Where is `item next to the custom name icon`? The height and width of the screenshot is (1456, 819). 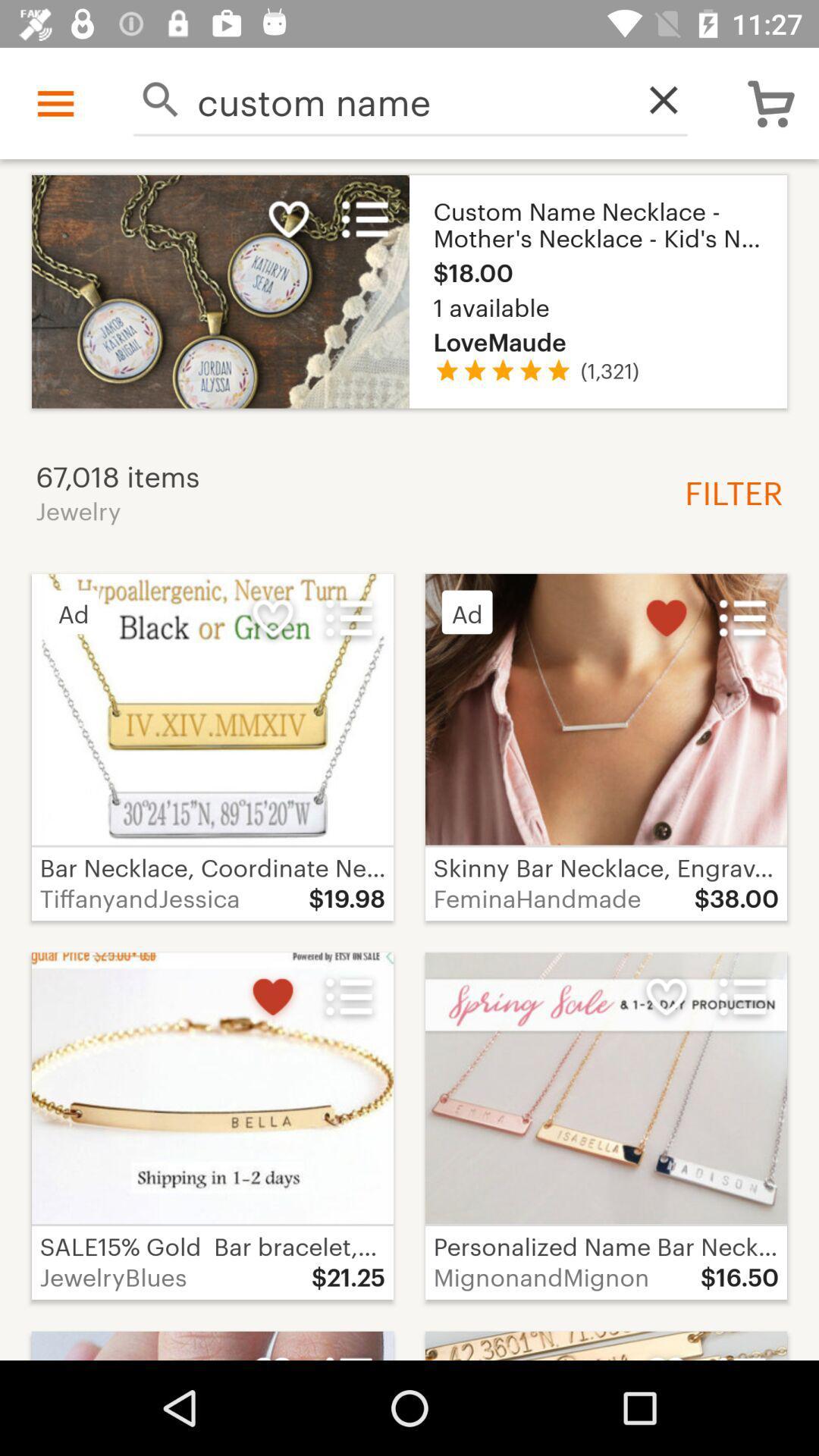
item next to the custom name icon is located at coordinates (654, 99).